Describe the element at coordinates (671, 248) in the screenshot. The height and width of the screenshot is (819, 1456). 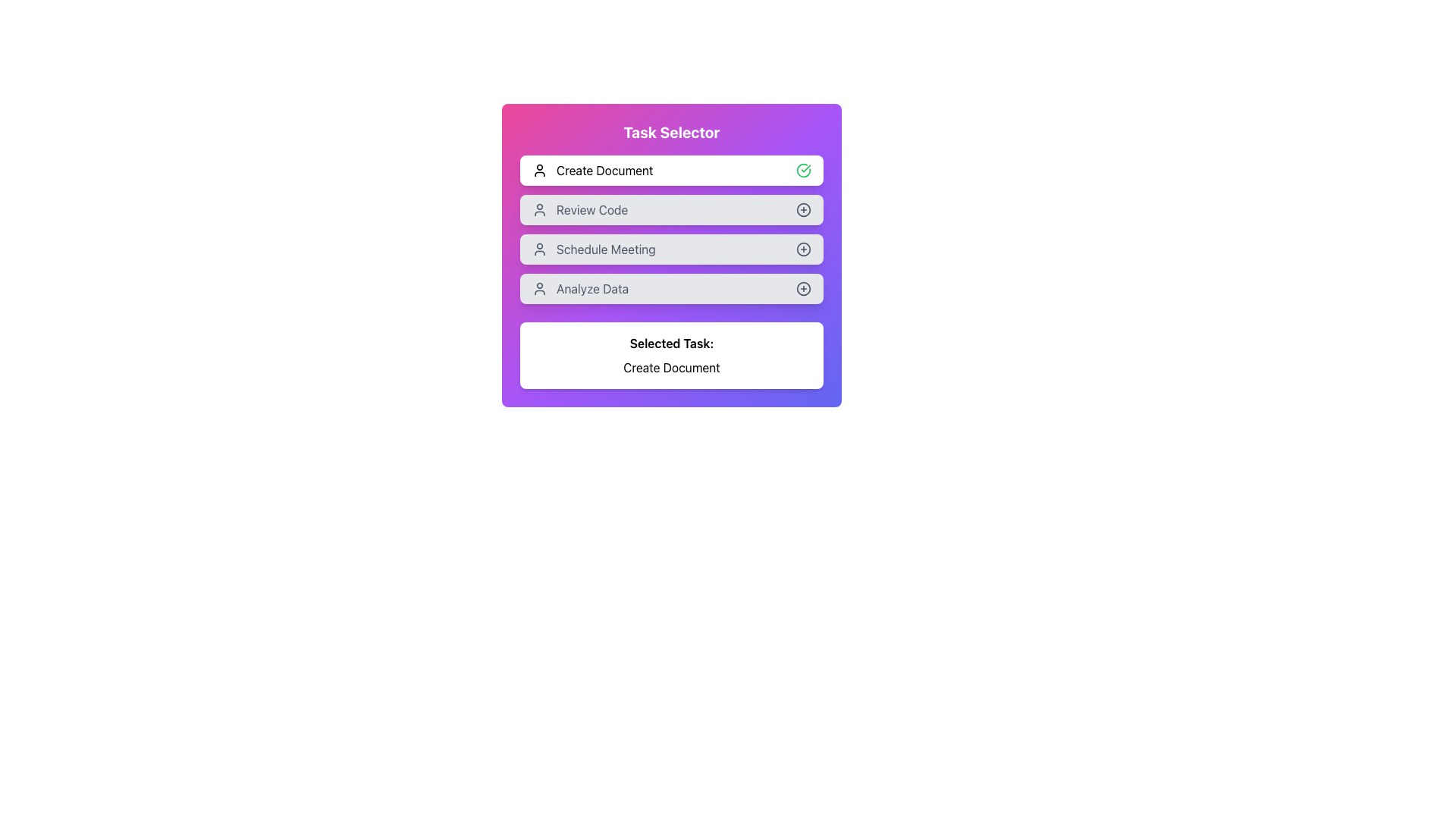
I see `the 'Schedule Meeting' button` at that location.